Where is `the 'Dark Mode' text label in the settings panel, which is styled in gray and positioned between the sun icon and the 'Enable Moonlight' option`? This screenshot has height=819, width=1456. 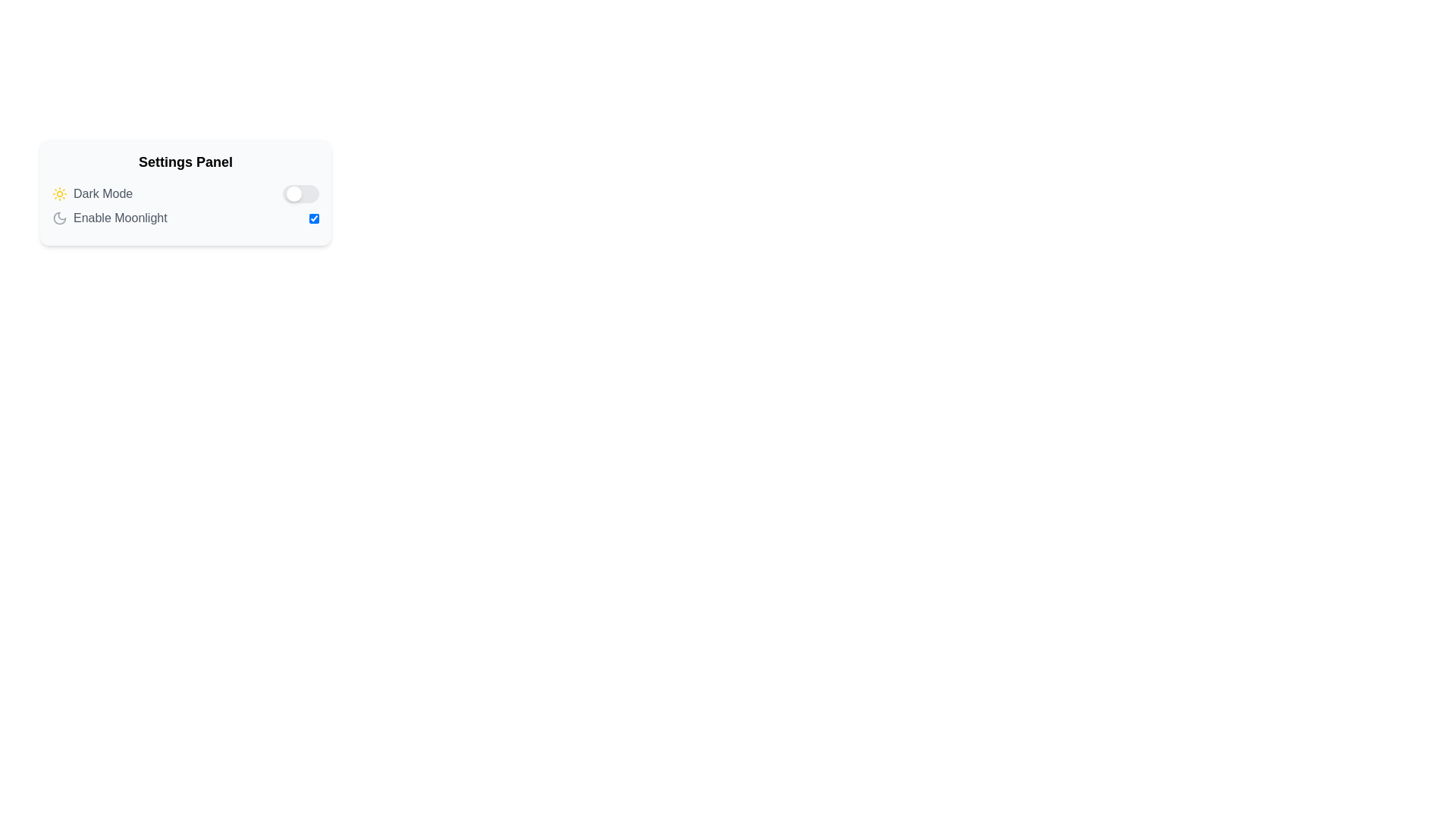 the 'Dark Mode' text label in the settings panel, which is styled in gray and positioned between the sun icon and the 'Enable Moonlight' option is located at coordinates (102, 193).